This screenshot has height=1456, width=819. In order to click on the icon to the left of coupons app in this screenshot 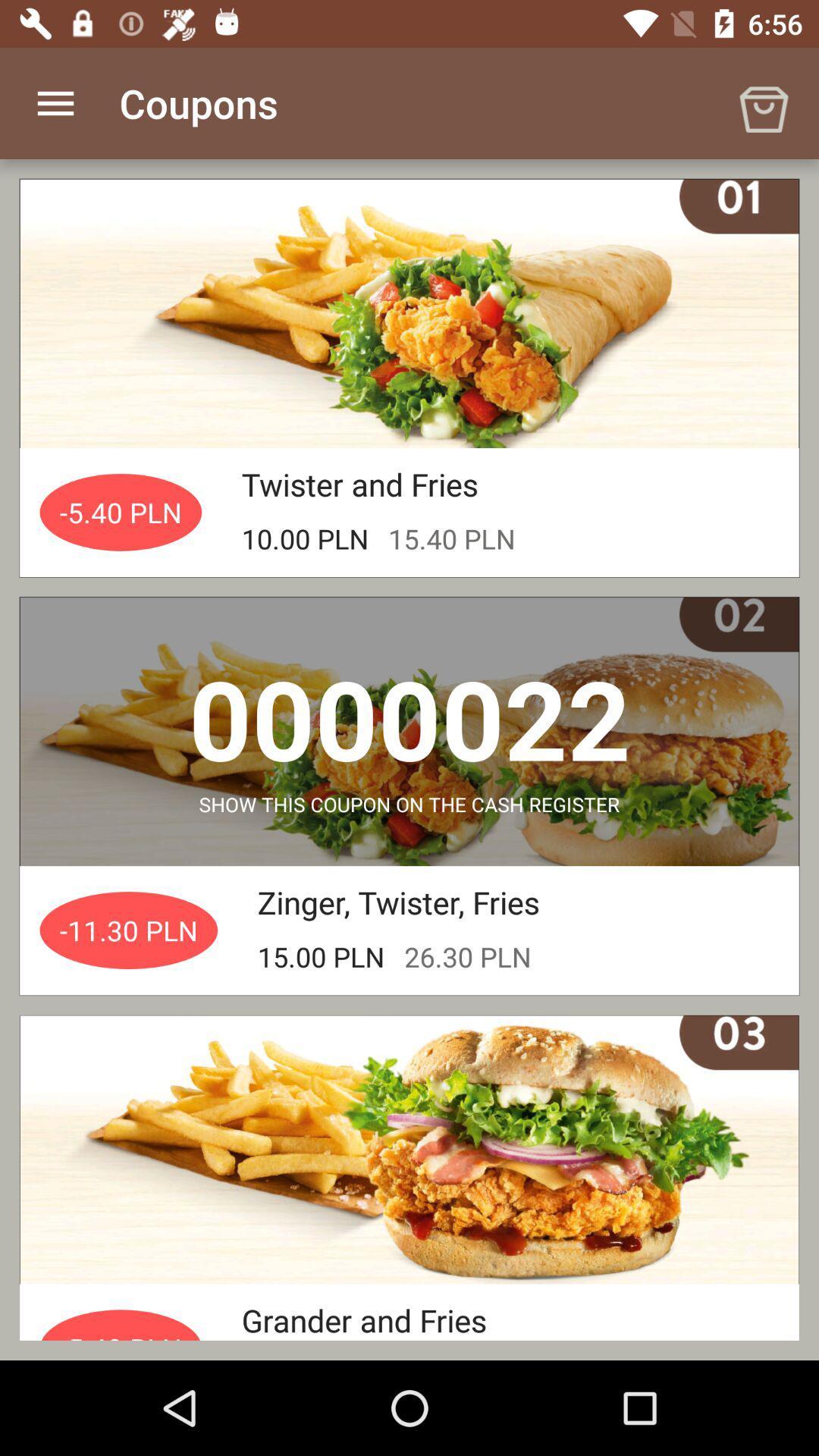, I will do `click(55, 102)`.